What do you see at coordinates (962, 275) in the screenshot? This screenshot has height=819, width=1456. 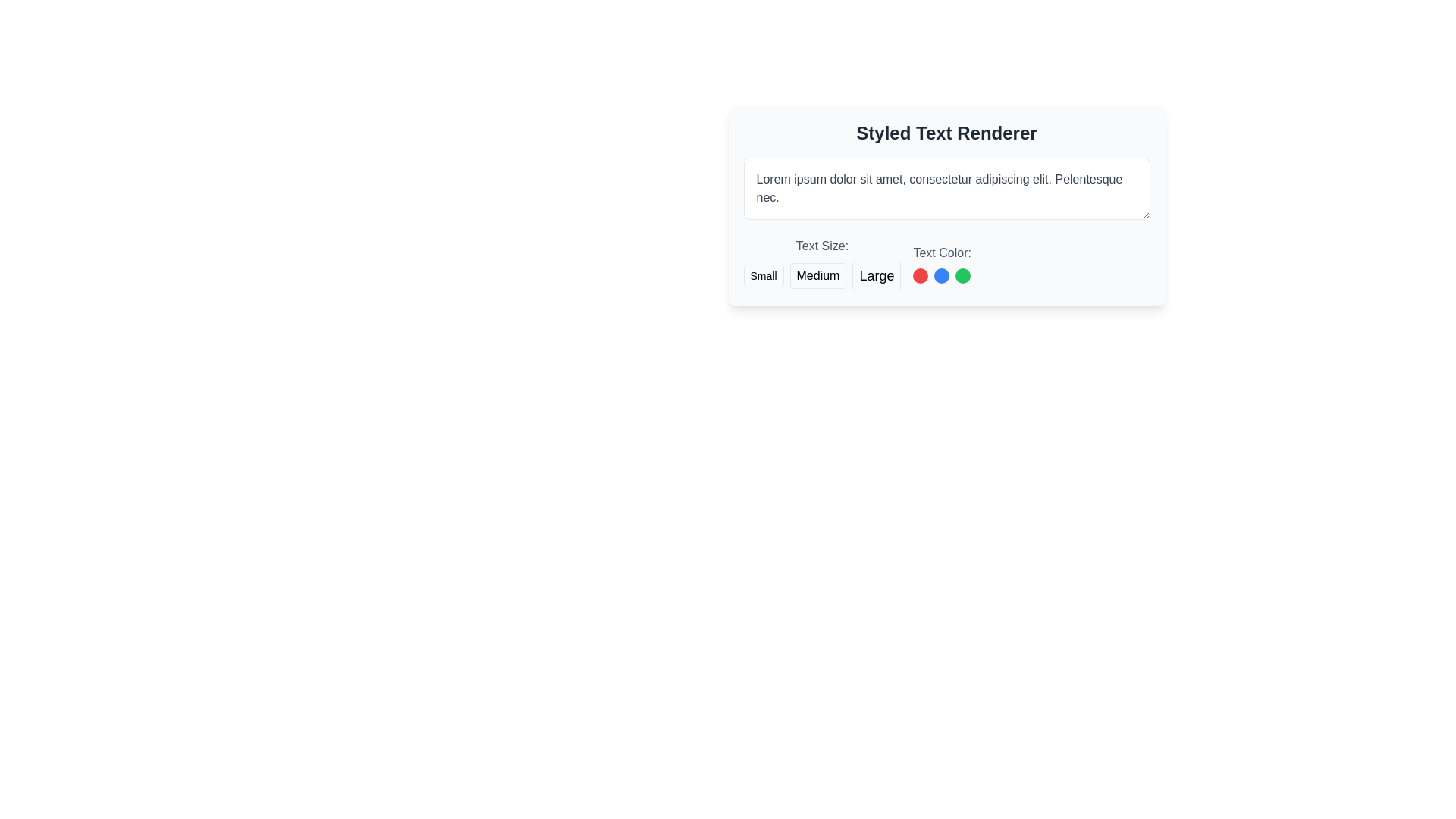 I see `the green color selection button` at bounding box center [962, 275].